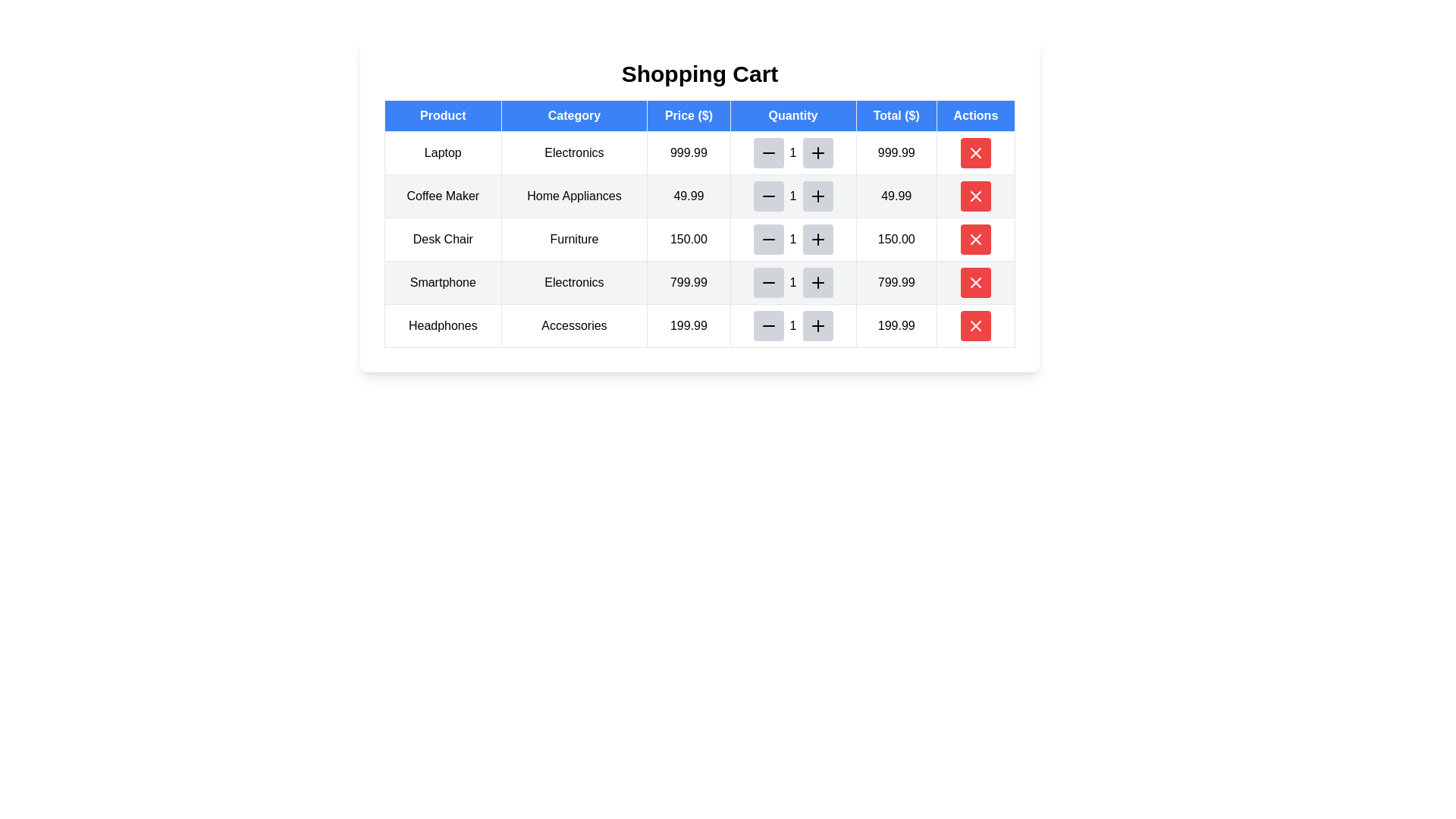  I want to click on the 'Furniture' category label in the shopping cart, located in the third row under the 'Category' column, adjacent to 'Desk Chair' on the left and '150.00' on the right, so click(573, 239).